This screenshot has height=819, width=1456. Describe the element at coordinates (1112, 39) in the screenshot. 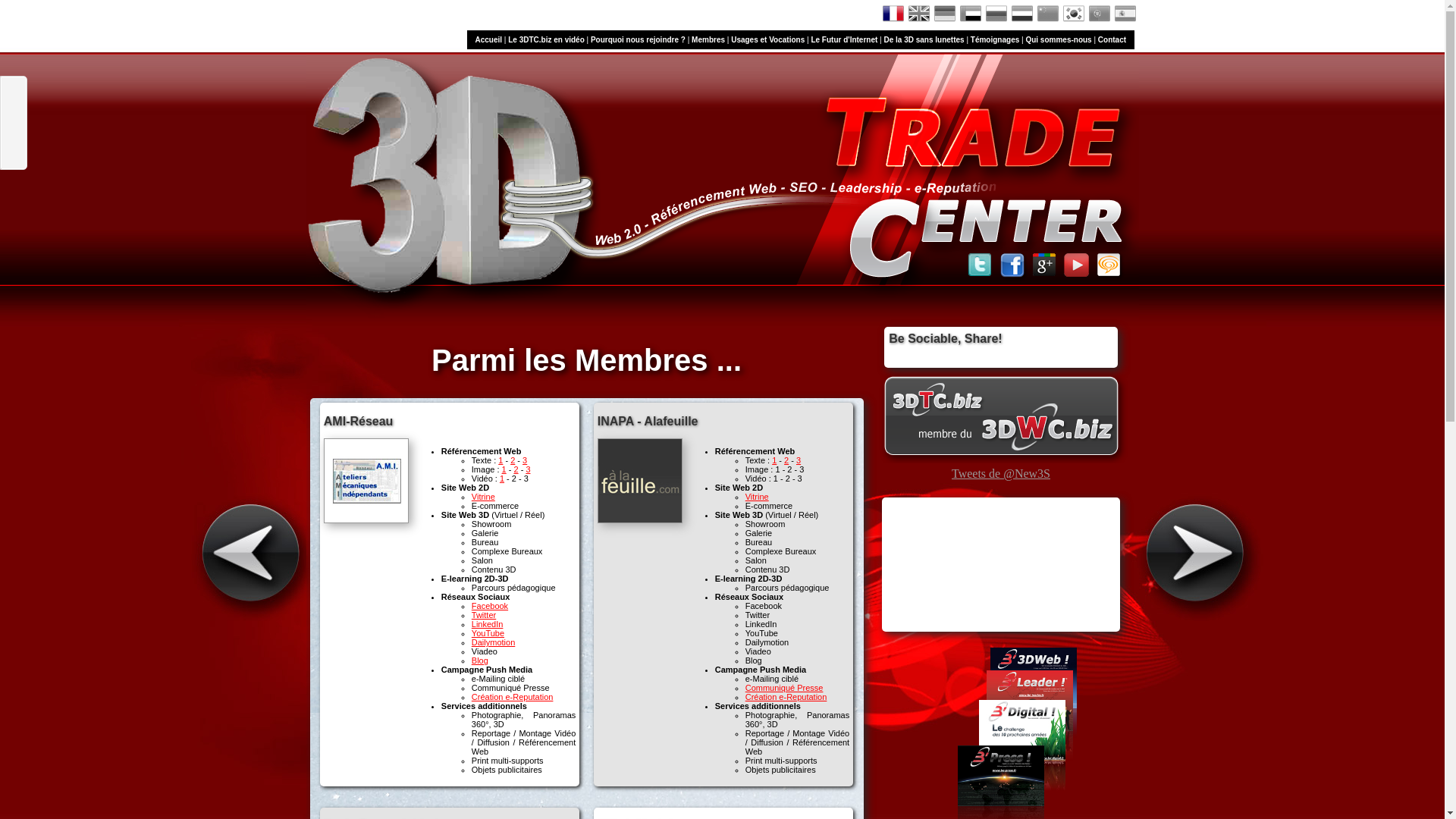

I see `'Contact'` at that location.